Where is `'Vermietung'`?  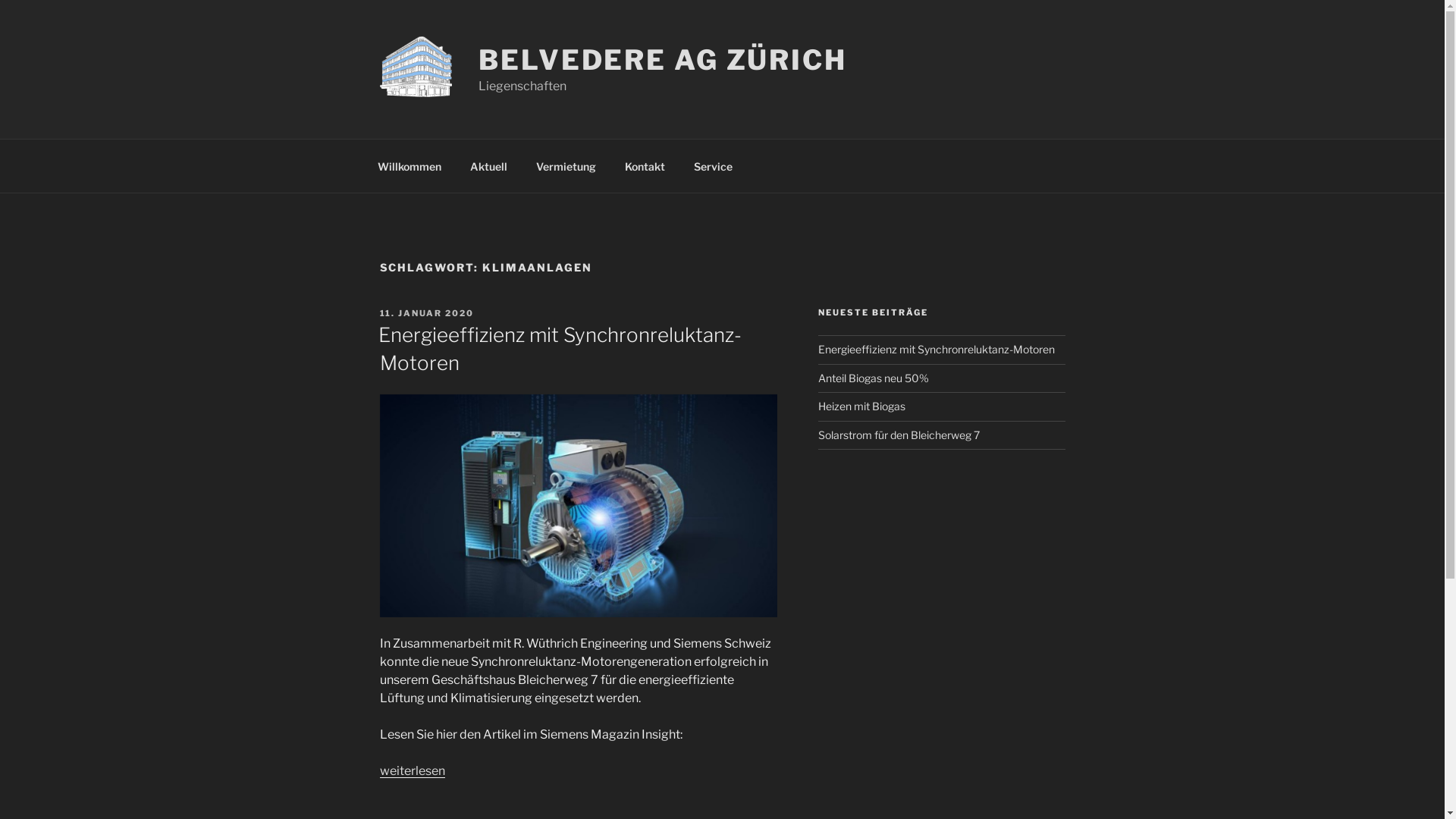 'Vermietung' is located at coordinates (566, 165).